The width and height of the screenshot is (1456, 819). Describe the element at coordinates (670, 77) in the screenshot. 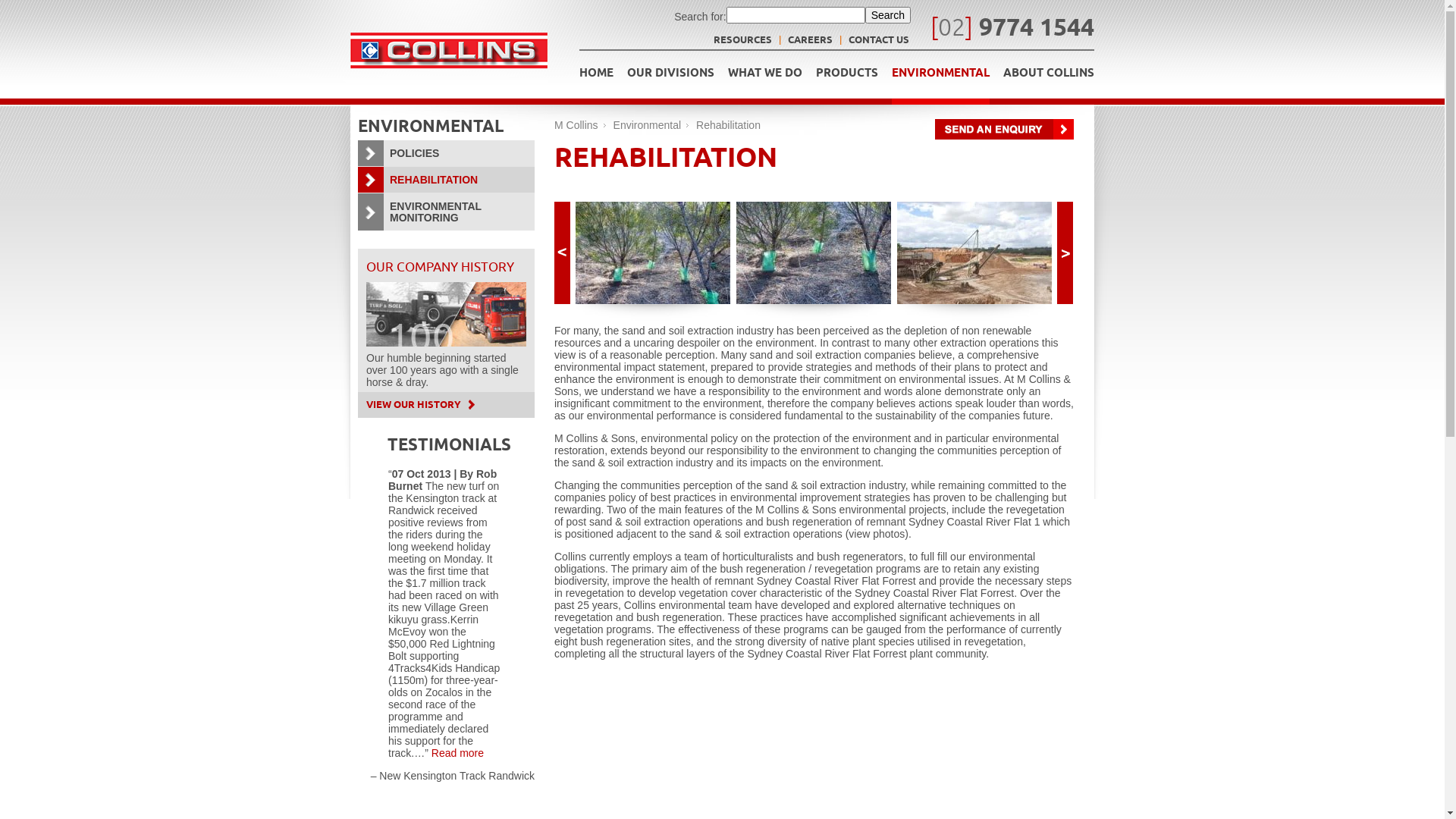

I see `'OUR DIVISIONS'` at that location.